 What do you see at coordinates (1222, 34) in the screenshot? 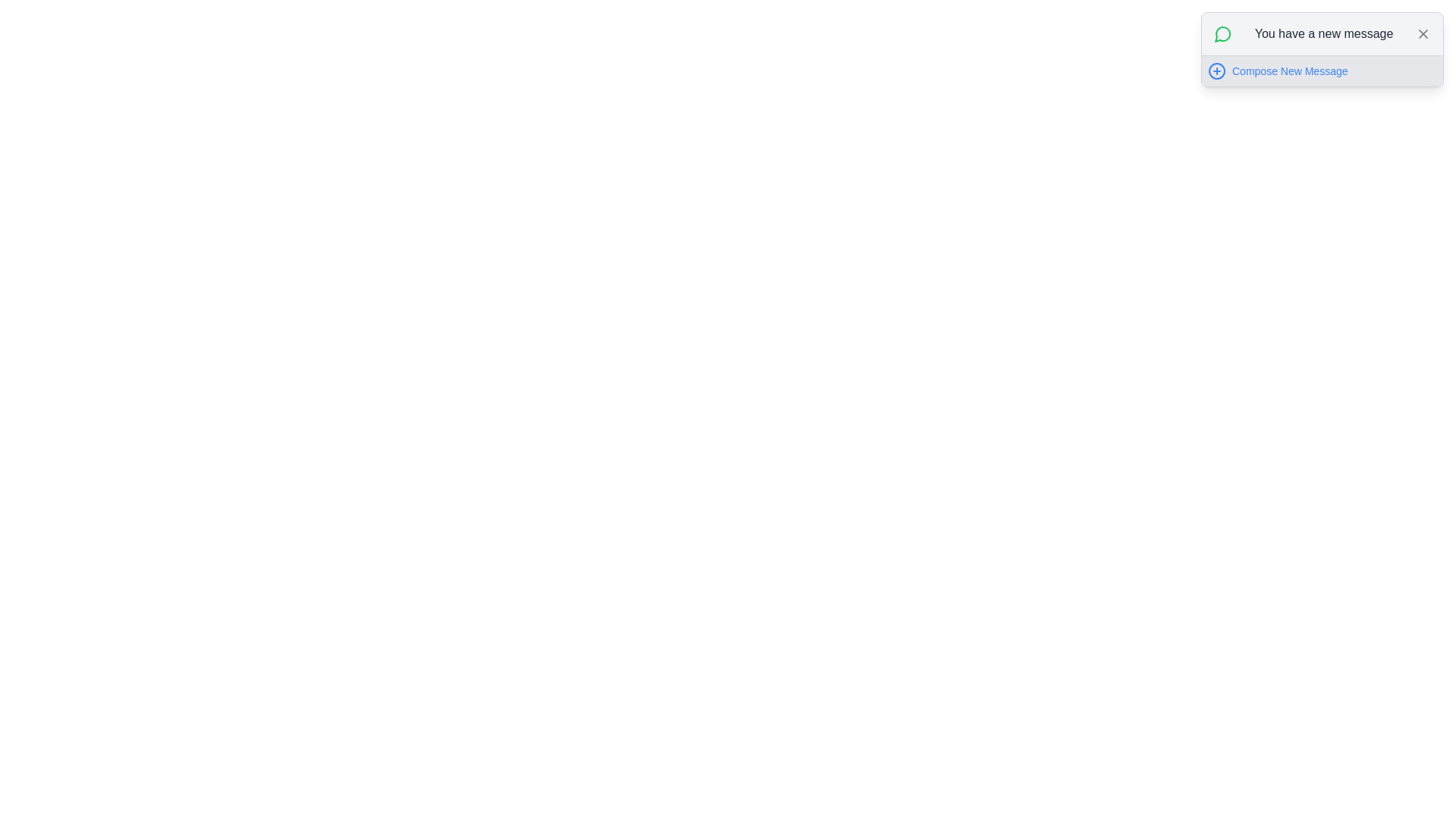
I see `the notification icon located in the top-right corner of the interface, which indicates message or communication-related notifications` at bounding box center [1222, 34].